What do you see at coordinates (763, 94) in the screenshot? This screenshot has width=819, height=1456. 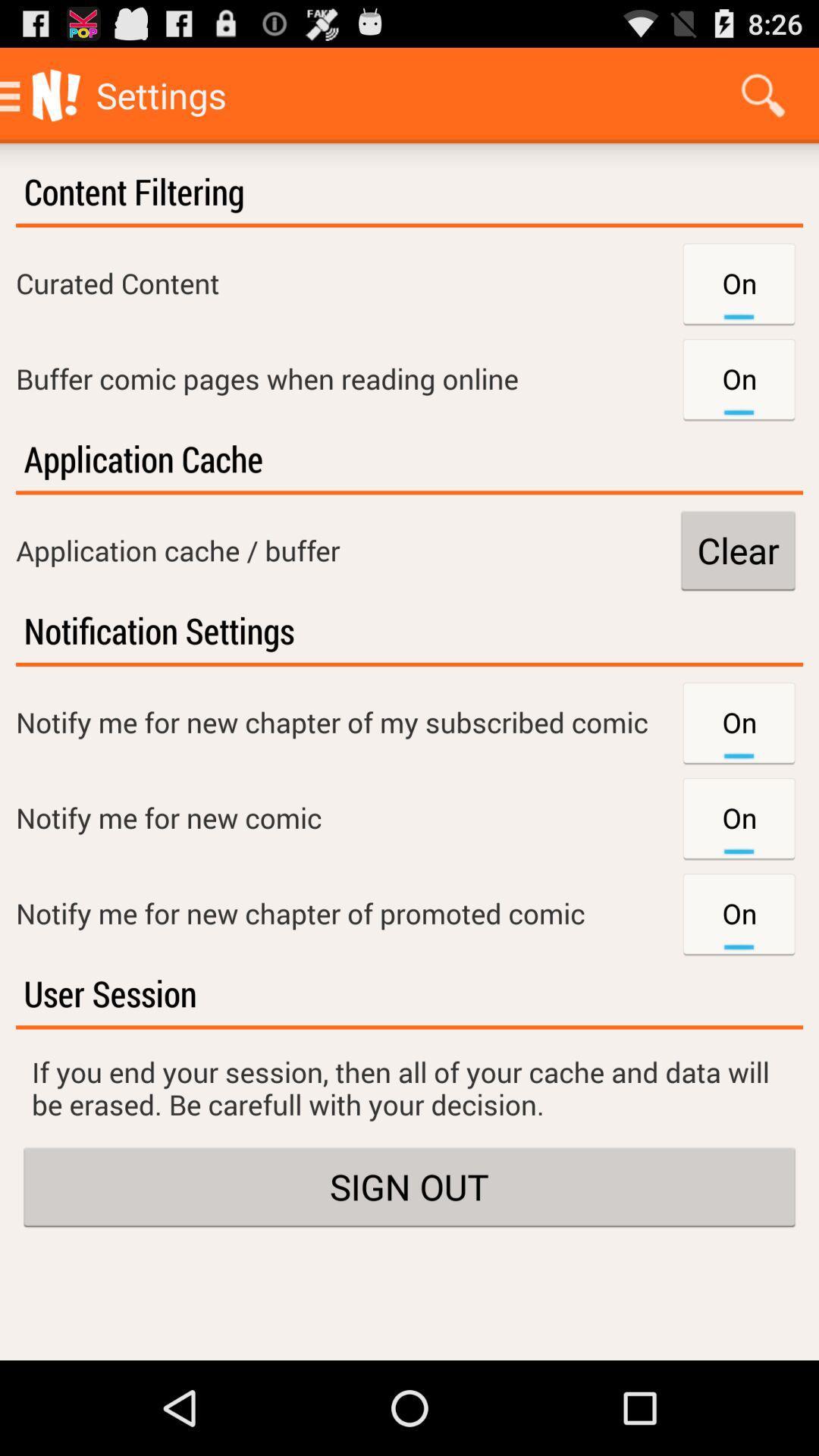 I see `icon above the content filtering` at bounding box center [763, 94].